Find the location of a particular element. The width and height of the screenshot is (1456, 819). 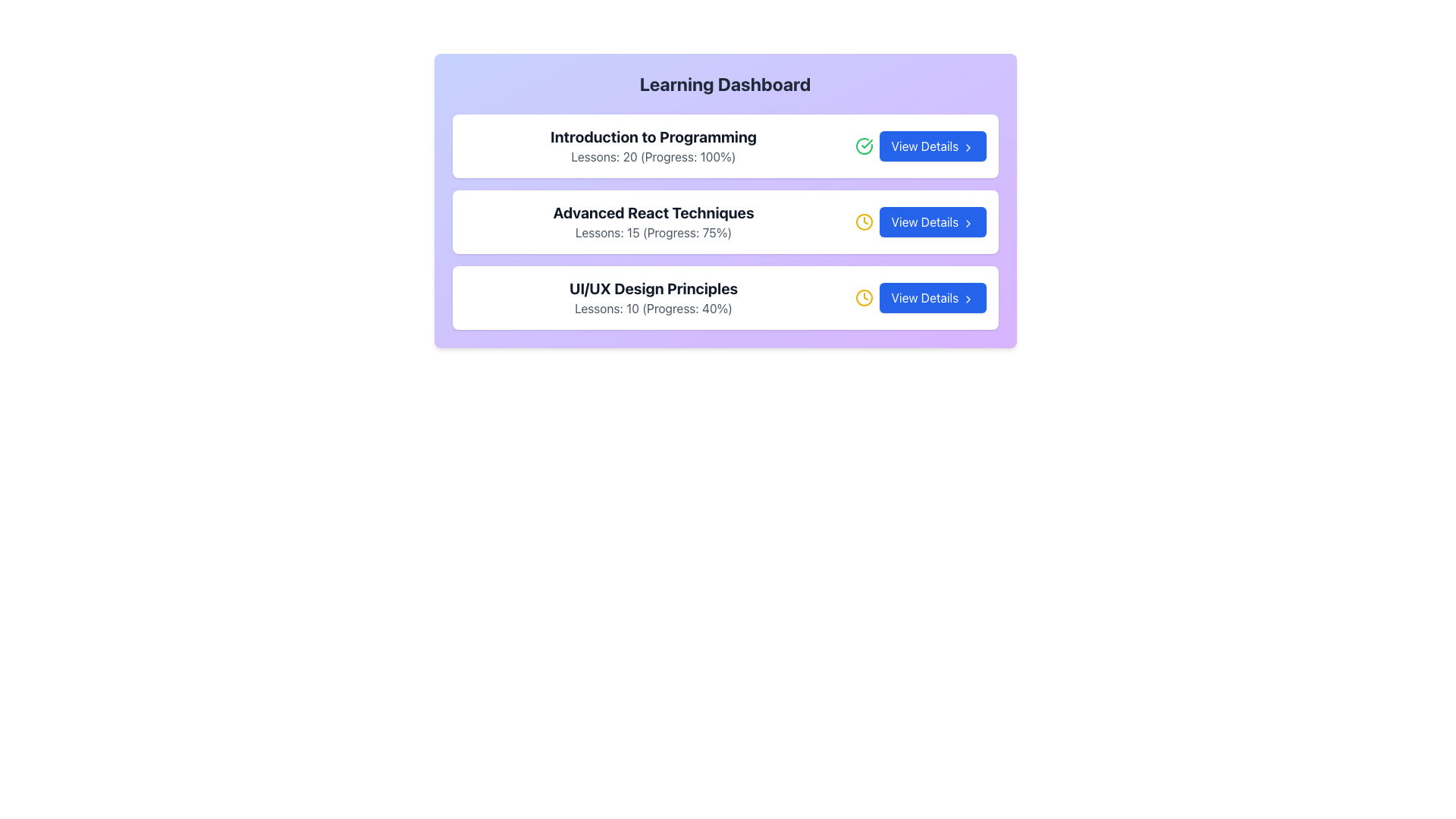

Text Label that provides information about the number of lessons and progress percentage for the course module, located directly below 'Advanced React Techniques' is located at coordinates (654, 233).